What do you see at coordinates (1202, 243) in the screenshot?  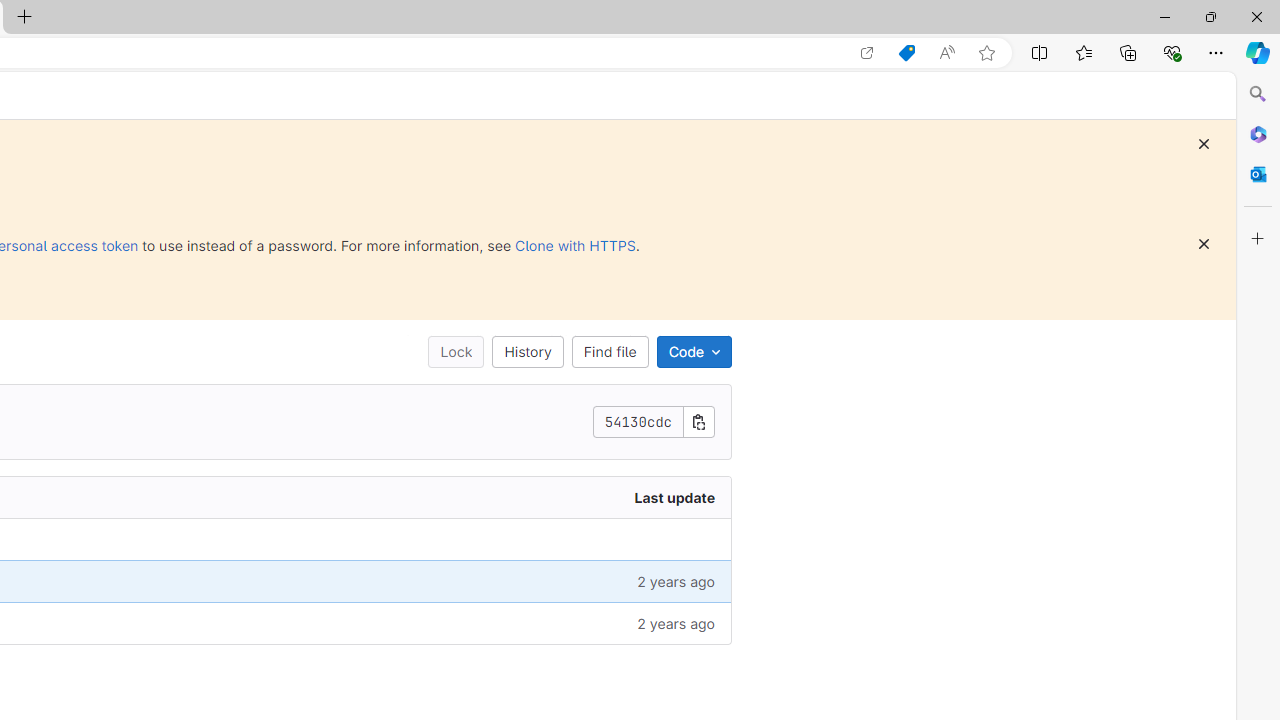 I see `'Dismiss'` at bounding box center [1202, 243].